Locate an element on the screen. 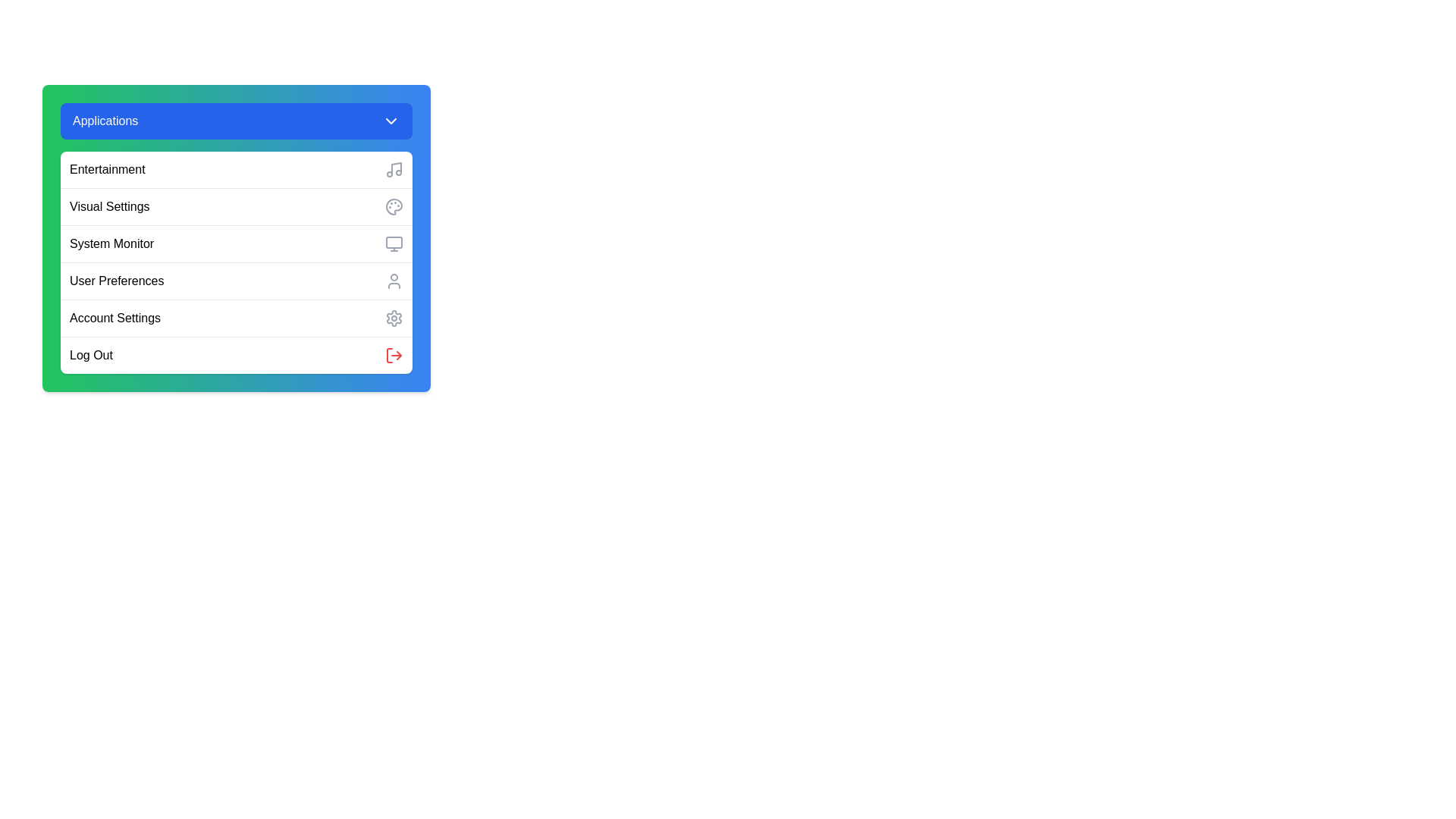 The width and height of the screenshot is (1456, 819). the menu option Entertainment from the menu is located at coordinates (236, 169).